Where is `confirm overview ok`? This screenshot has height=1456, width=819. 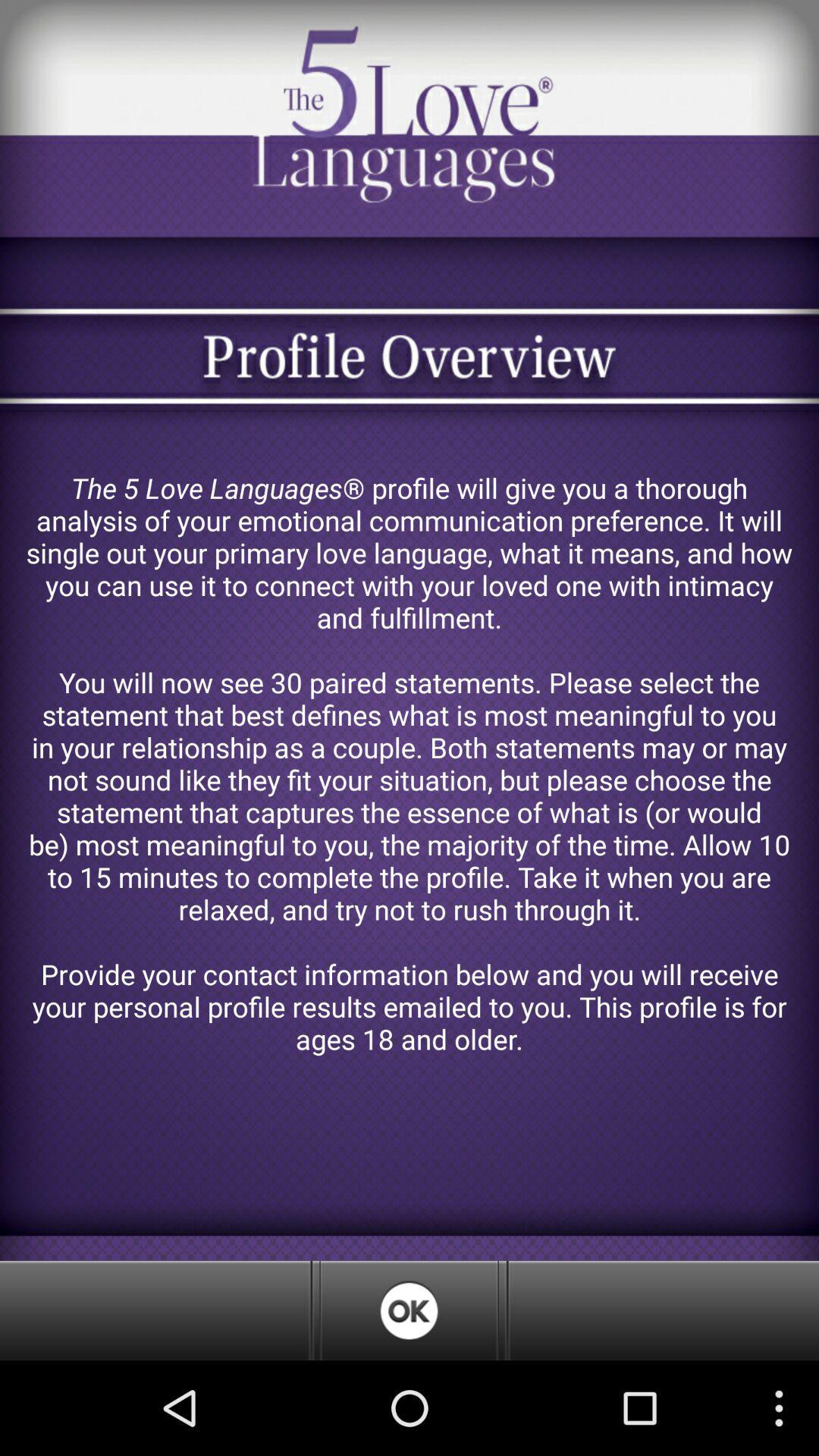
confirm overview ok is located at coordinates (408, 1310).